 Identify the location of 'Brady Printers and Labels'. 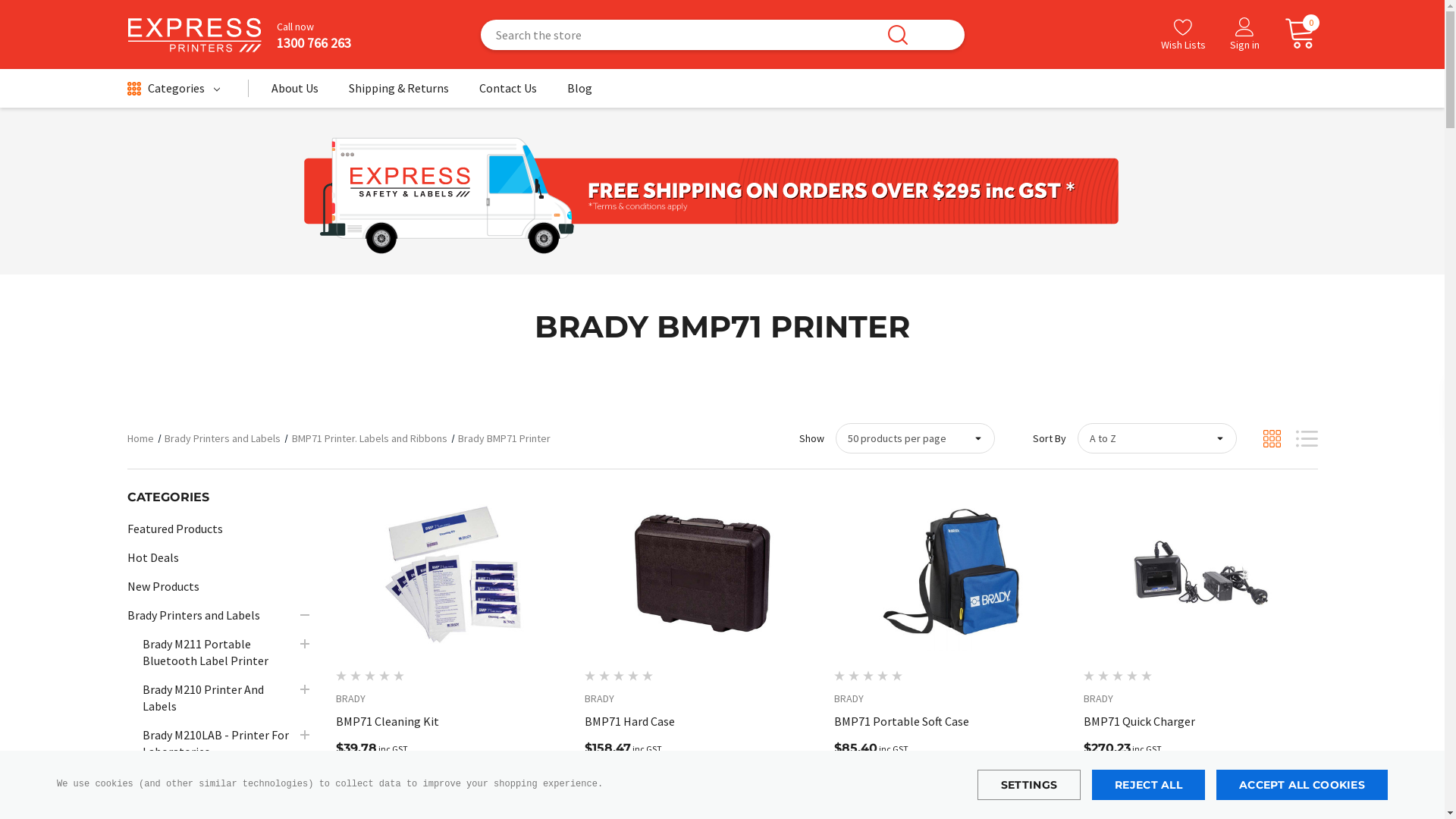
(164, 438).